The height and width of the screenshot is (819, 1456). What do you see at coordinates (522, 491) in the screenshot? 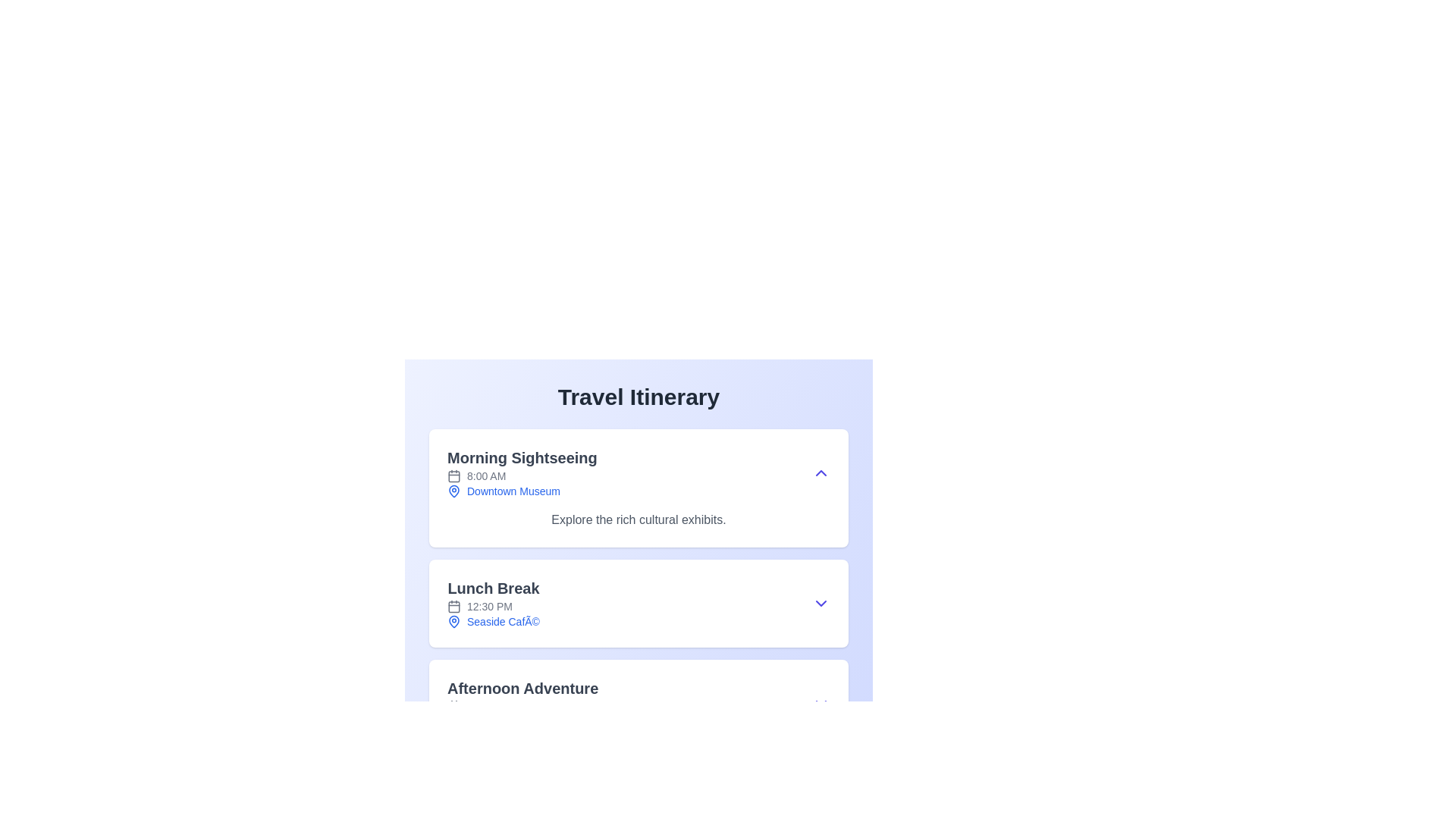
I see `'Downtown Museum' text element located at the bottom of the 'Morning Sightseeing' section for details` at bounding box center [522, 491].